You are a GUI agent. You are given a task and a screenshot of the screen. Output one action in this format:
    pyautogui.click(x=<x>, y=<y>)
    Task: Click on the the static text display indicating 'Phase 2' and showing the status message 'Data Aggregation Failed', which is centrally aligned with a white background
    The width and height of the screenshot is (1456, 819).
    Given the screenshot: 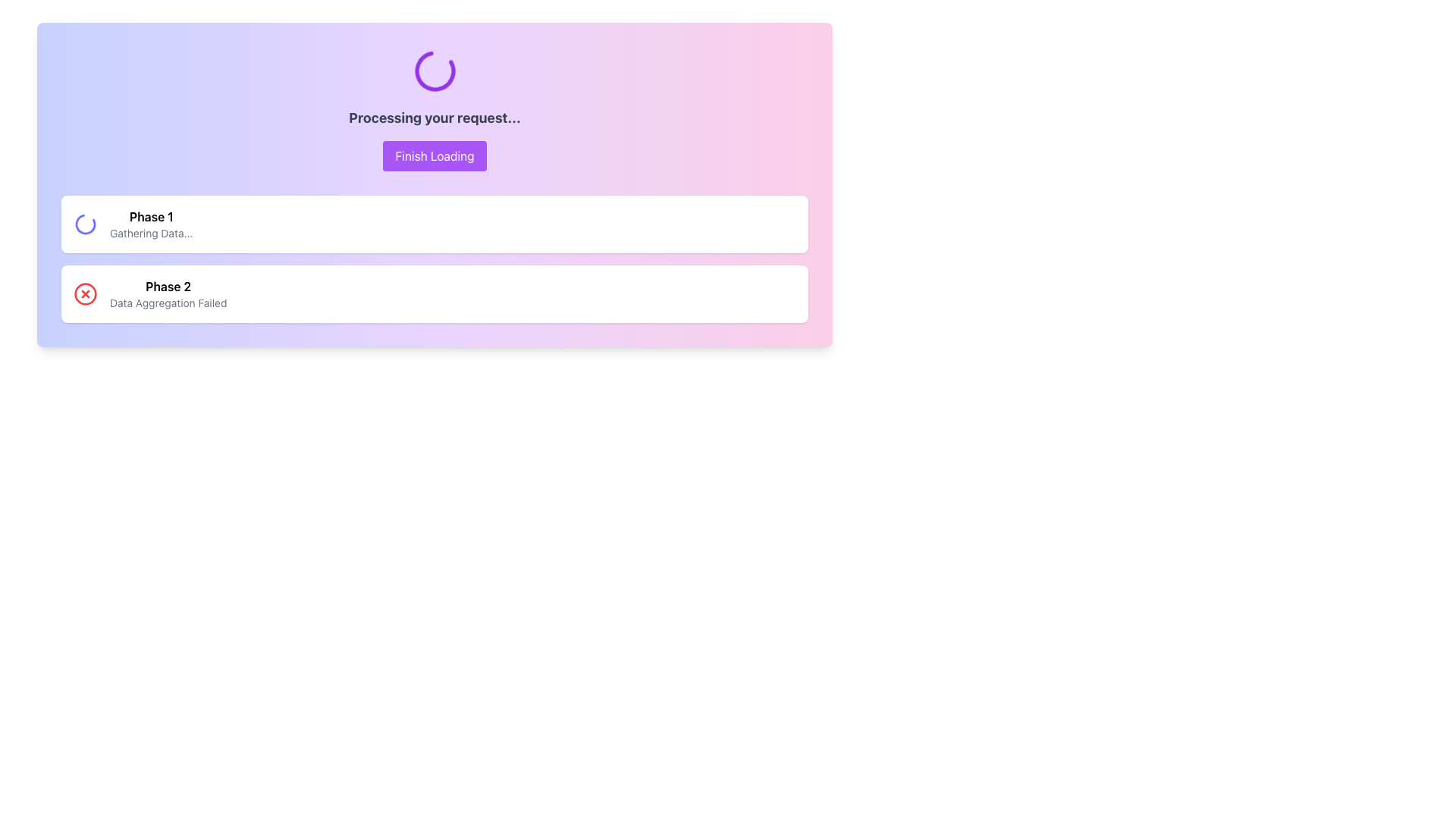 What is the action you would take?
    pyautogui.click(x=168, y=294)
    